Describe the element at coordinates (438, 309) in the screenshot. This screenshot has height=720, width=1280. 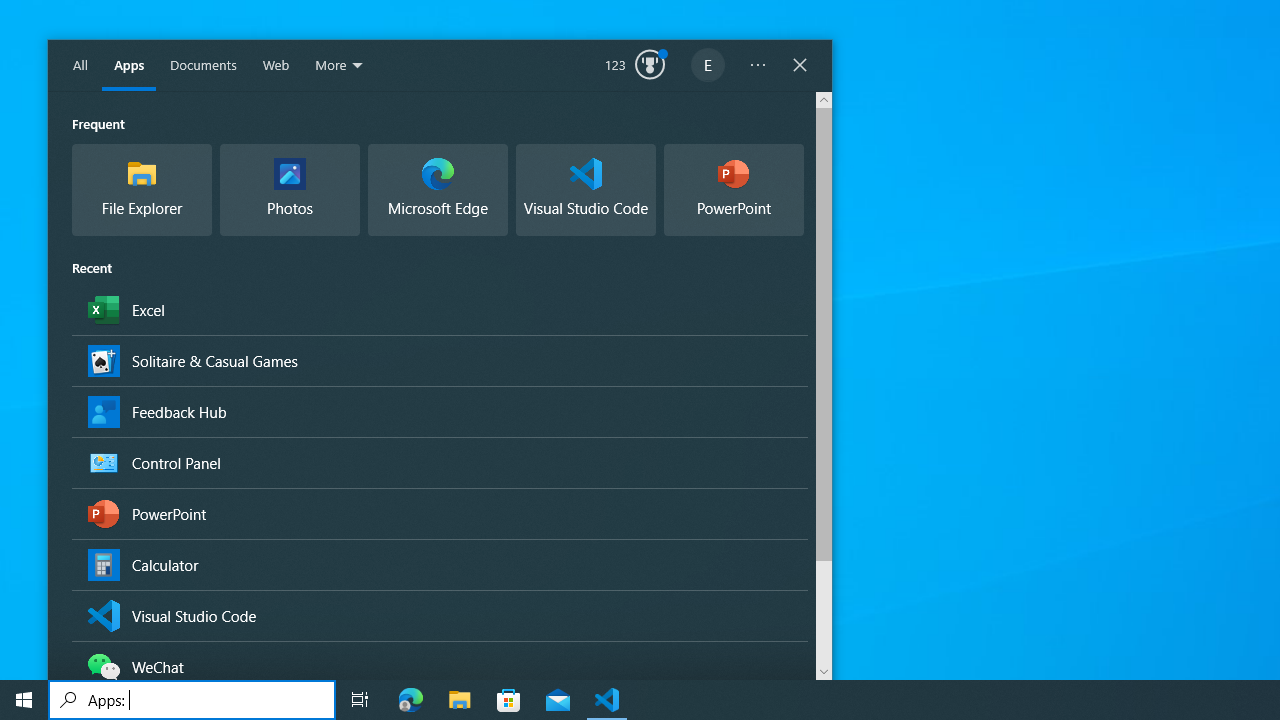
I see `'Recent Group,Excel, App'` at that location.